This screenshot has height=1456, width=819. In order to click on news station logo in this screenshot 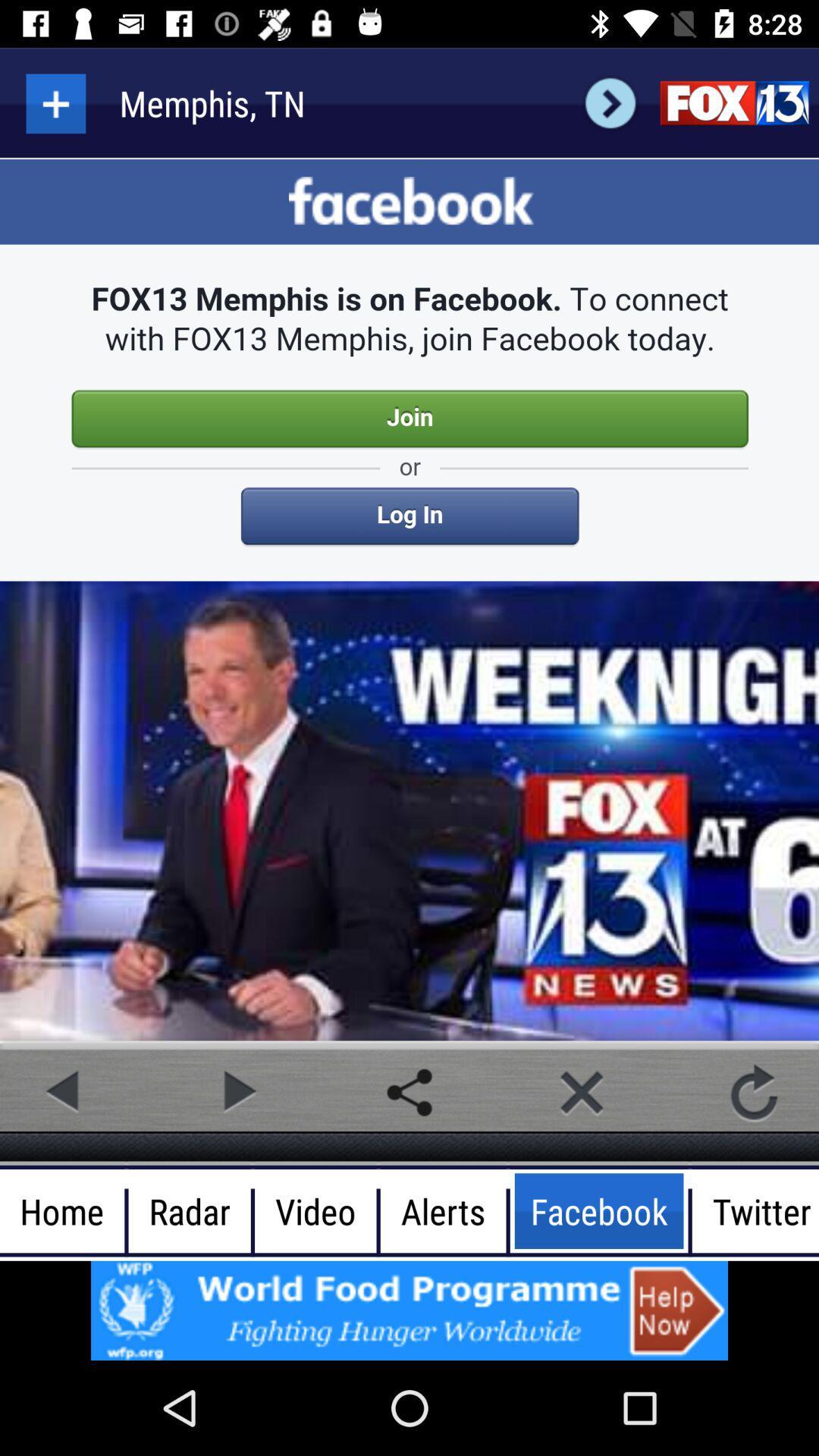, I will do `click(733, 102)`.